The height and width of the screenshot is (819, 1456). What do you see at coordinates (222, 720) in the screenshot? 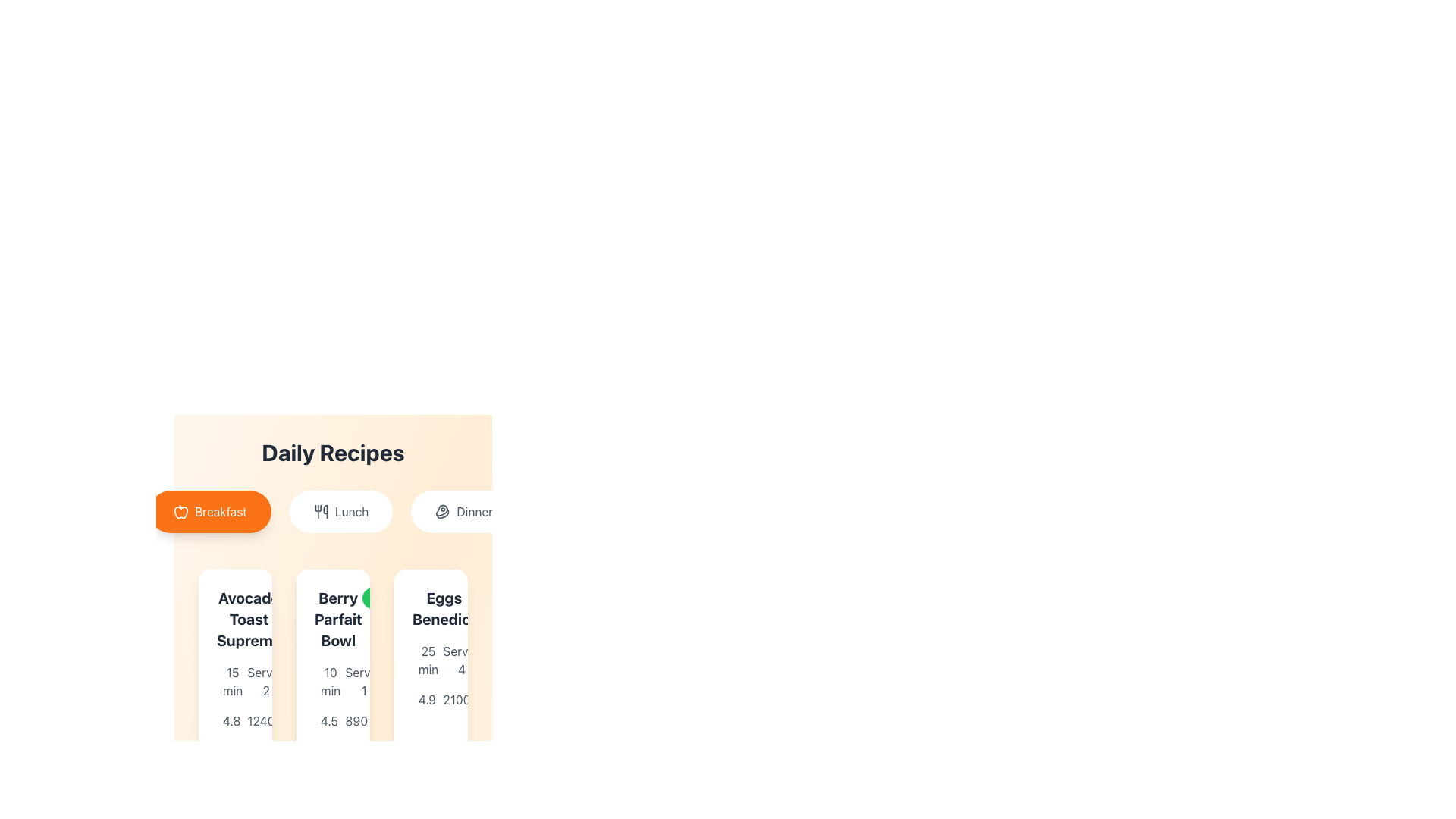
I see `the rating text with icon indicating a score of 4.8, located beneath the 'Avocado Toast Supreme' section in the first column of the grid layout` at bounding box center [222, 720].